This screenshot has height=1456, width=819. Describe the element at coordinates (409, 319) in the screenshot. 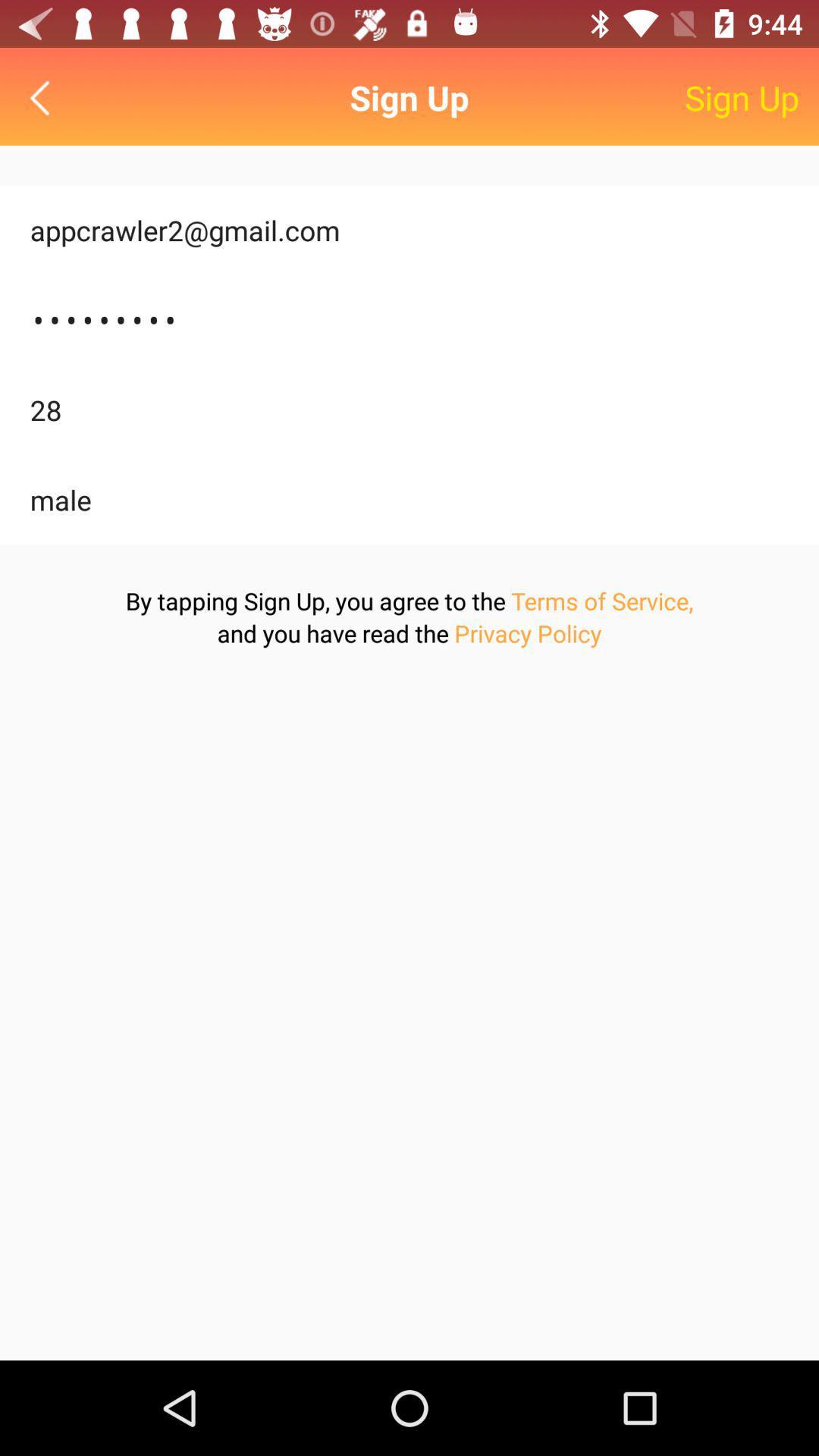

I see `item above 28 item` at that location.